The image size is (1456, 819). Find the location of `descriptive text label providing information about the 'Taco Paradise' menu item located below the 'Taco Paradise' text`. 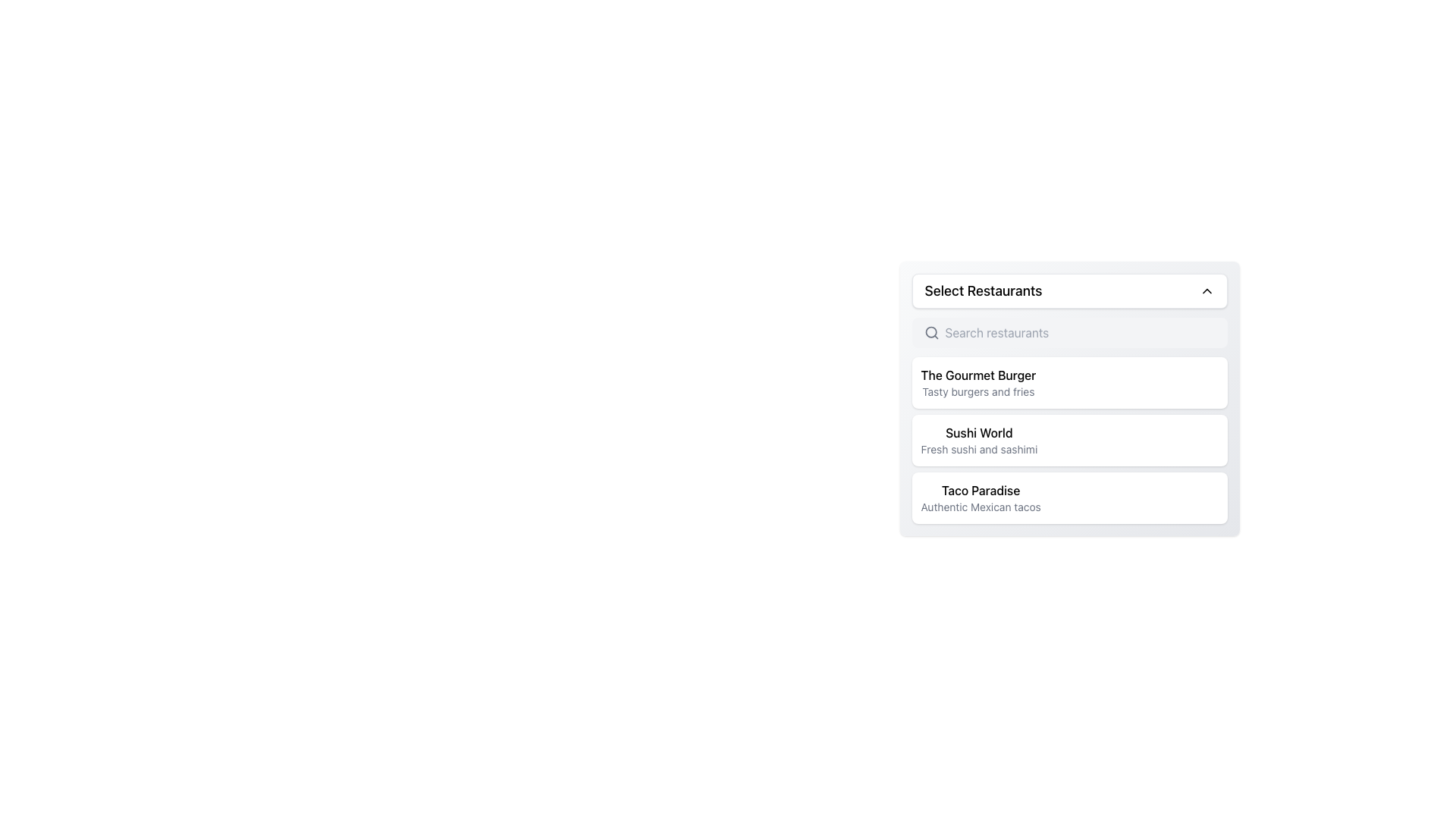

descriptive text label providing information about the 'Taco Paradise' menu item located below the 'Taco Paradise' text is located at coordinates (981, 507).